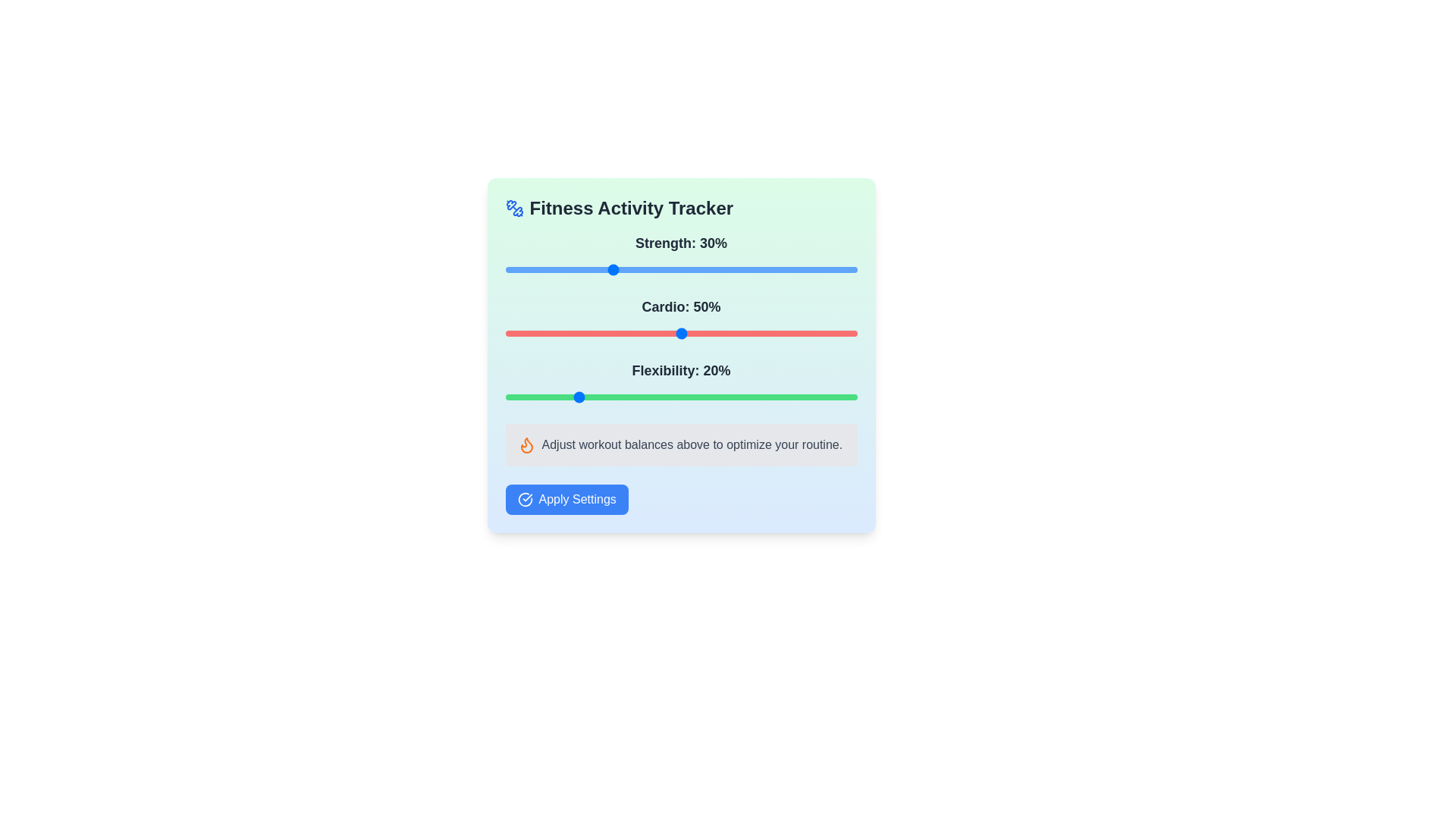  What do you see at coordinates (850, 397) in the screenshot?
I see `the flexibility level` at bounding box center [850, 397].